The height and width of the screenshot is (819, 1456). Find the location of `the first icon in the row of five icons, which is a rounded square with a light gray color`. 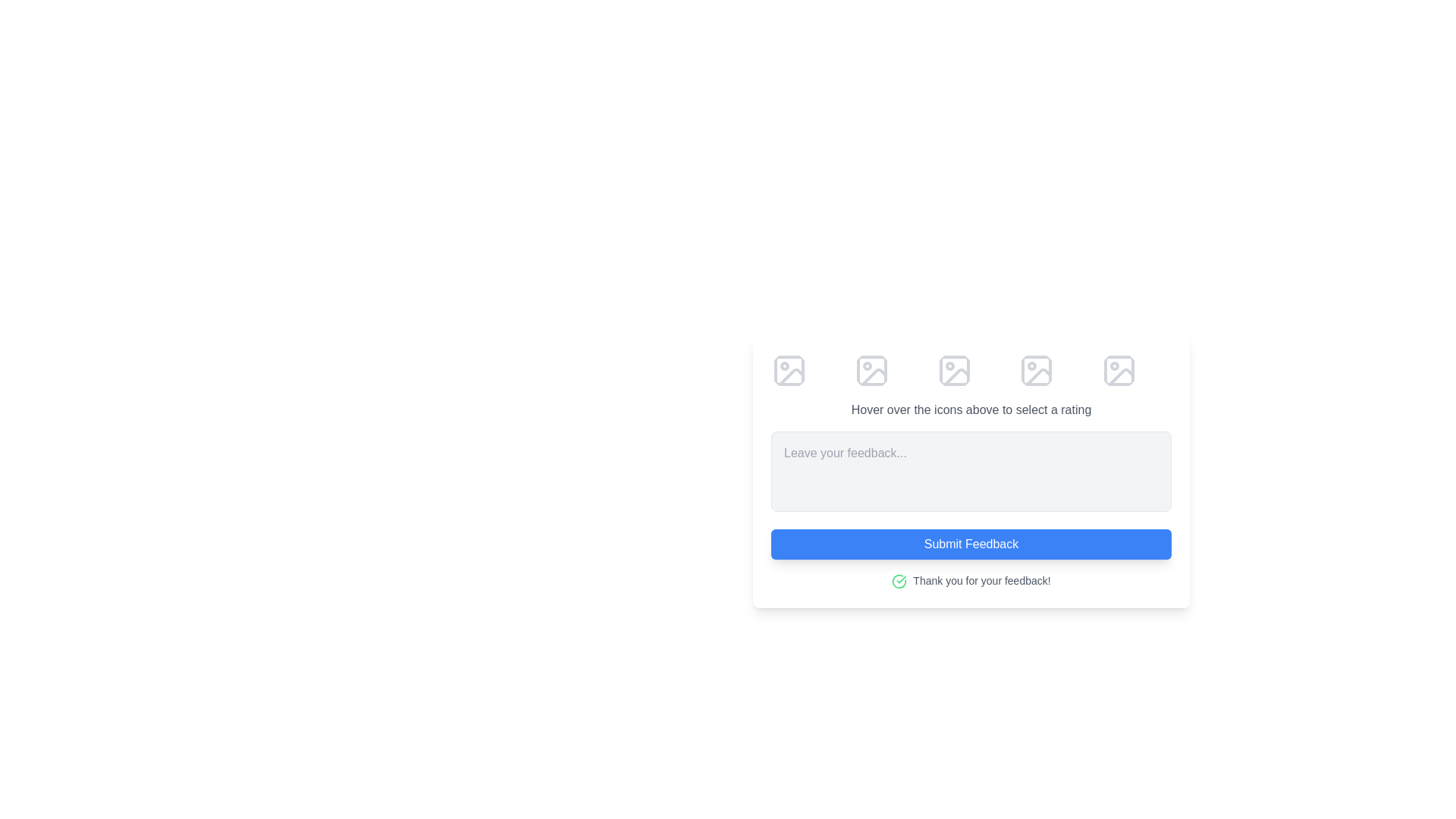

the first icon in the row of five icons, which is a rounded square with a light gray color is located at coordinates (789, 371).